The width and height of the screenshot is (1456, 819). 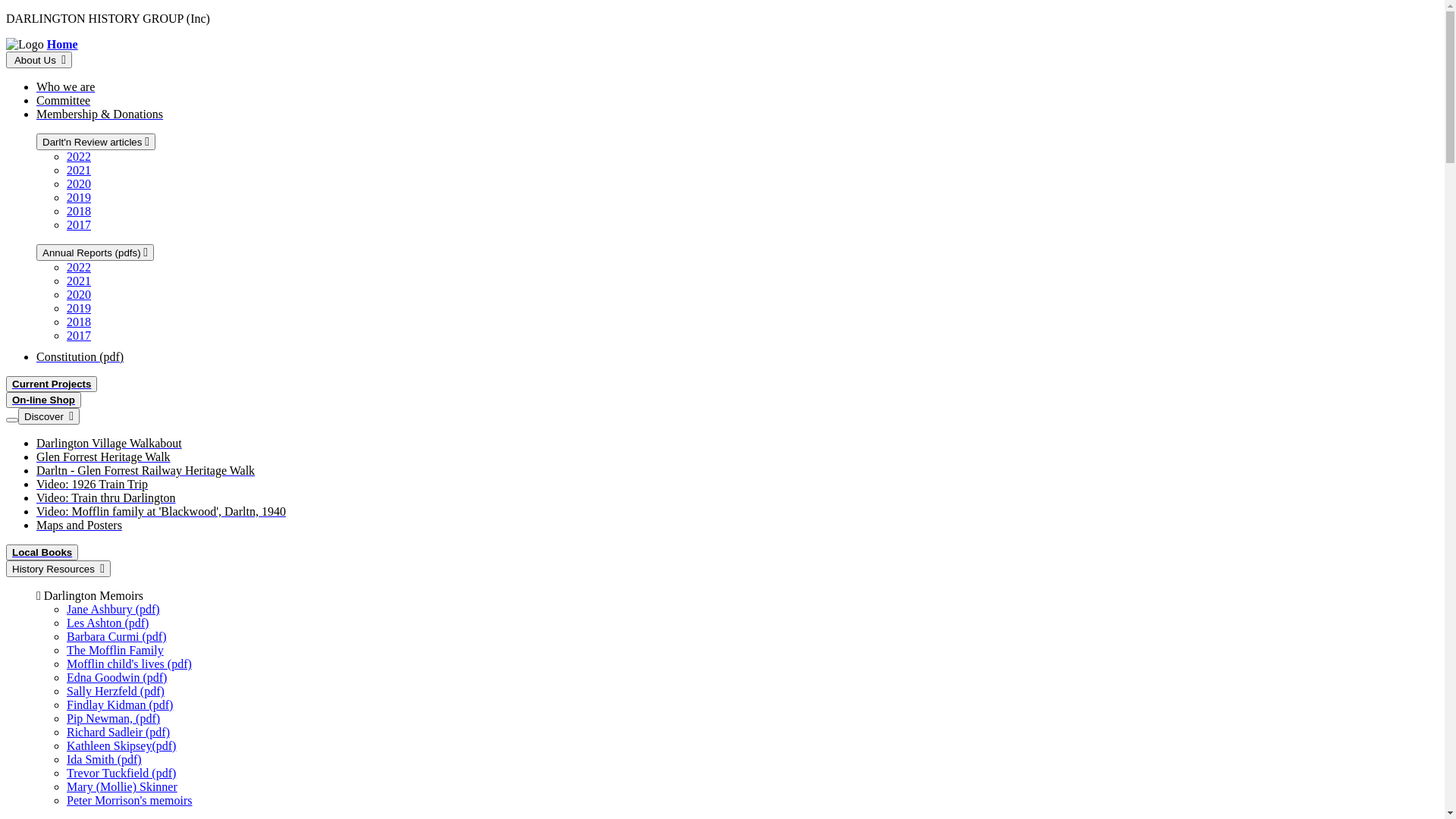 I want to click on 'Current Projects', so click(x=51, y=383).